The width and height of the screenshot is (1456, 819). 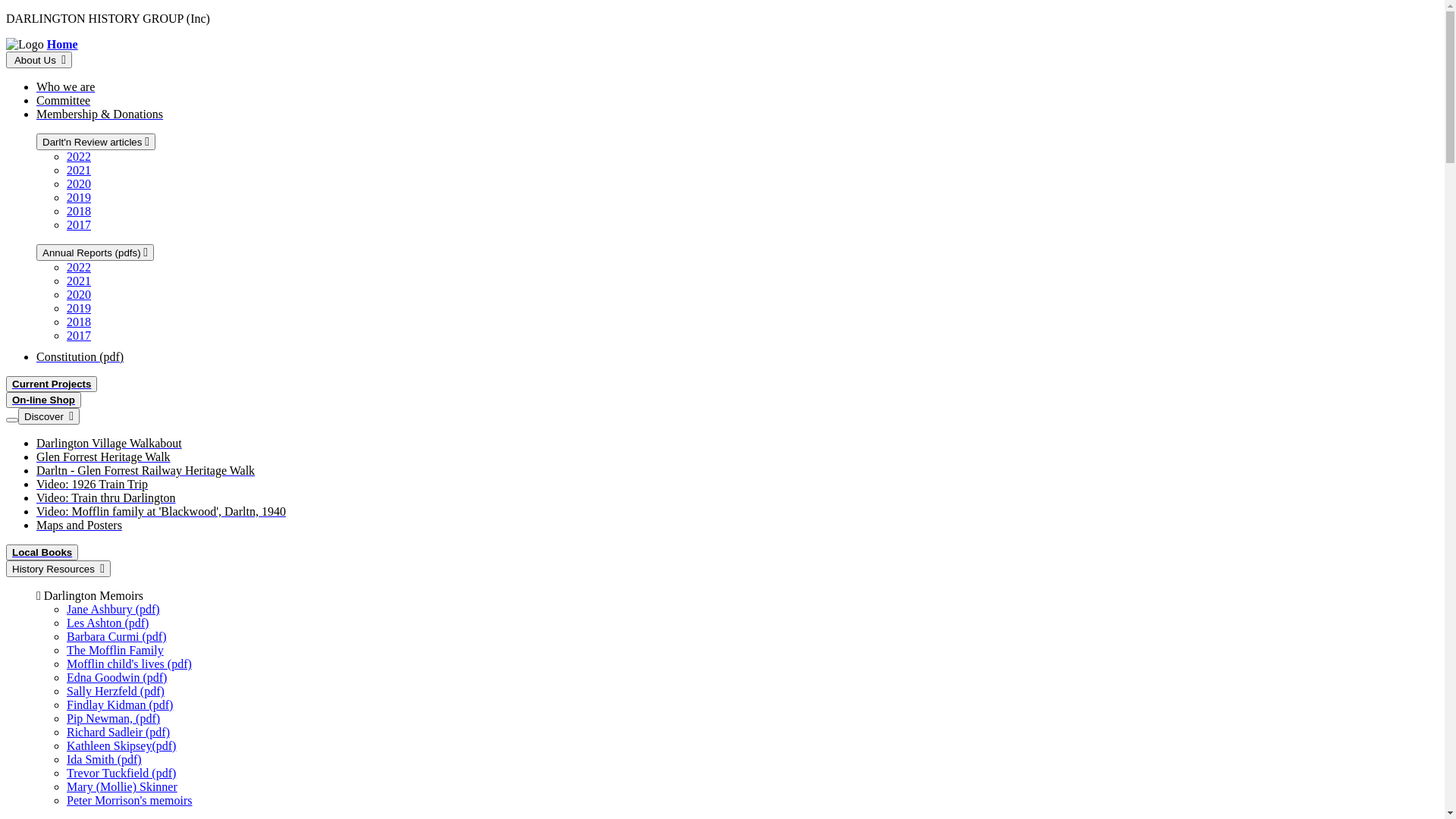 I want to click on 'Current Projects', so click(x=51, y=383).